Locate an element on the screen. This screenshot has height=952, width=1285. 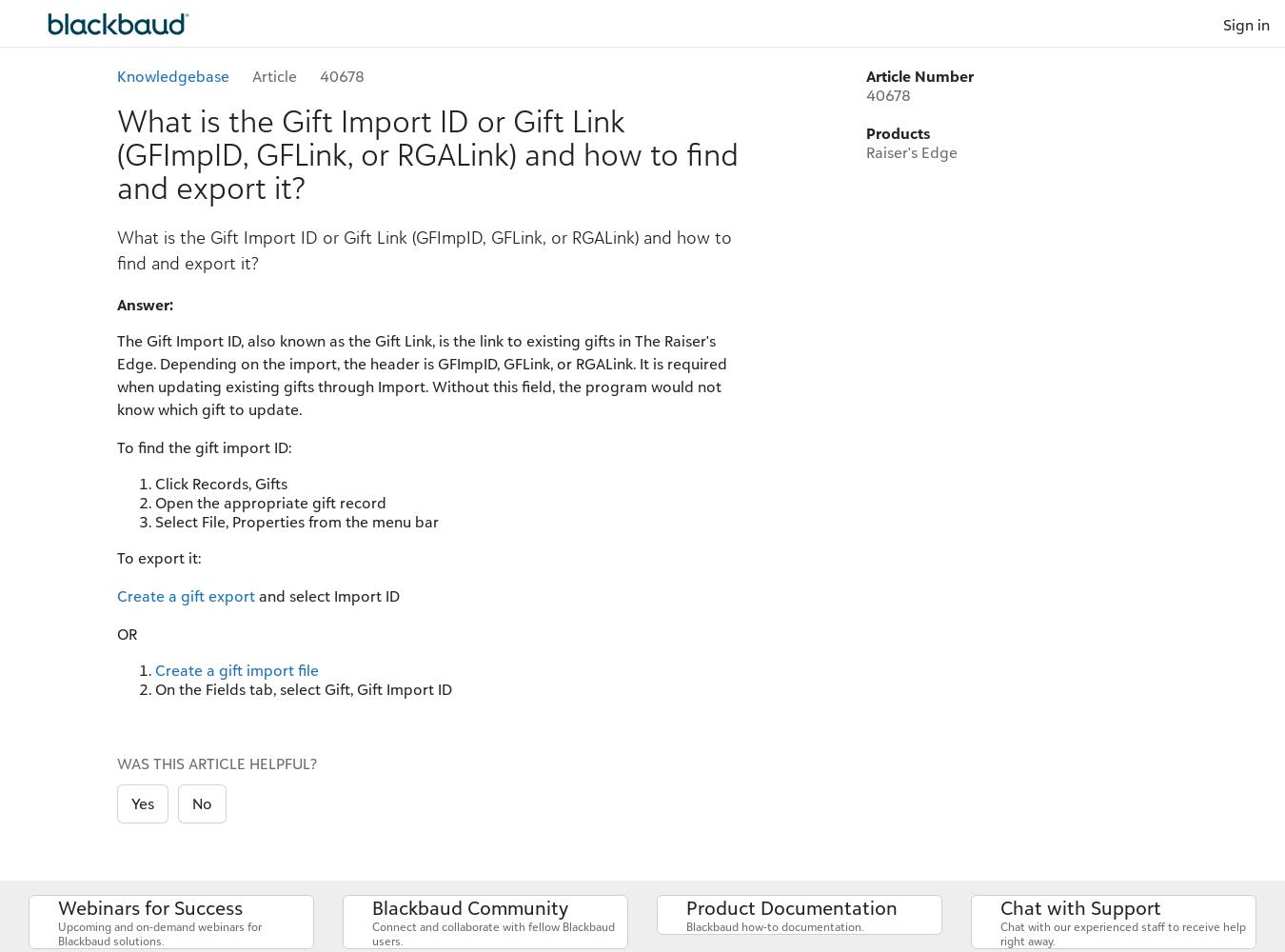
'The Gift Import ID, also known as the Gift Link, is the link to existing gifts in The Raiser's Edge. Depending on the import, the header is GFImpID, GFLink, or RGALink. It is required when updating existing gifts through Import. Without this field, the program would not know which gift to update.' is located at coordinates (421, 374).